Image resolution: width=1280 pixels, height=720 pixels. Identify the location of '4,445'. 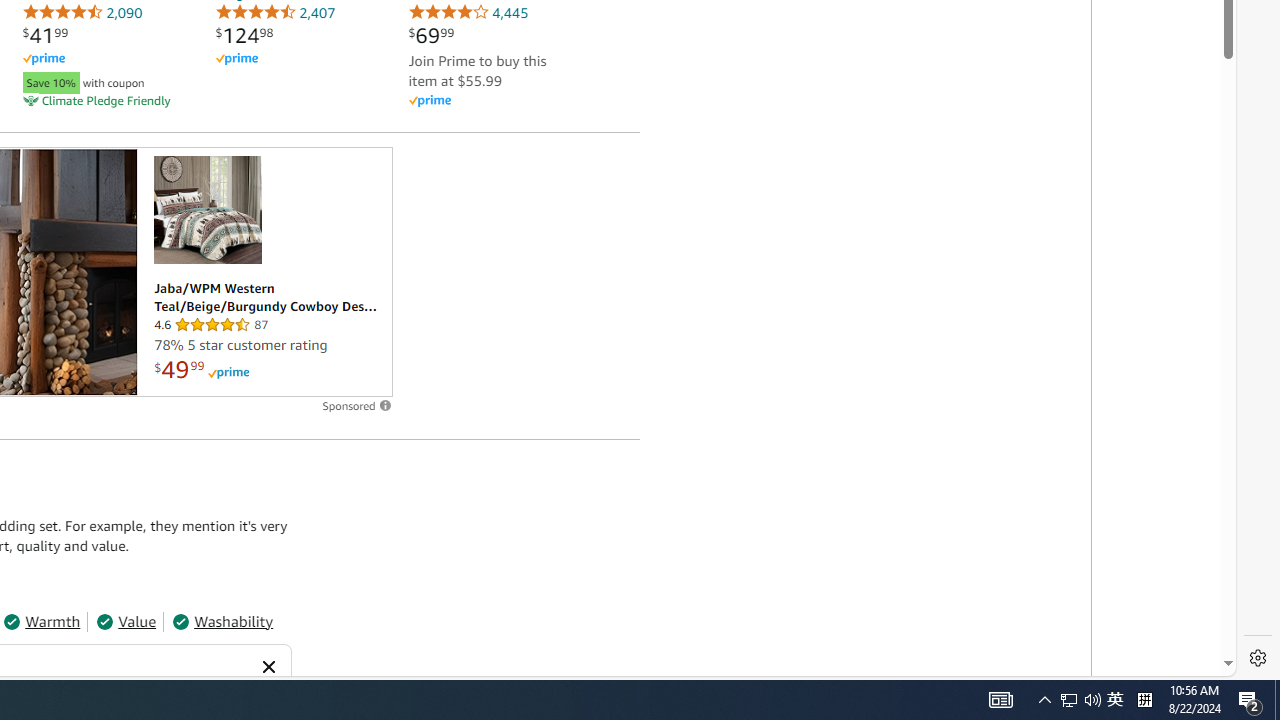
(467, 12).